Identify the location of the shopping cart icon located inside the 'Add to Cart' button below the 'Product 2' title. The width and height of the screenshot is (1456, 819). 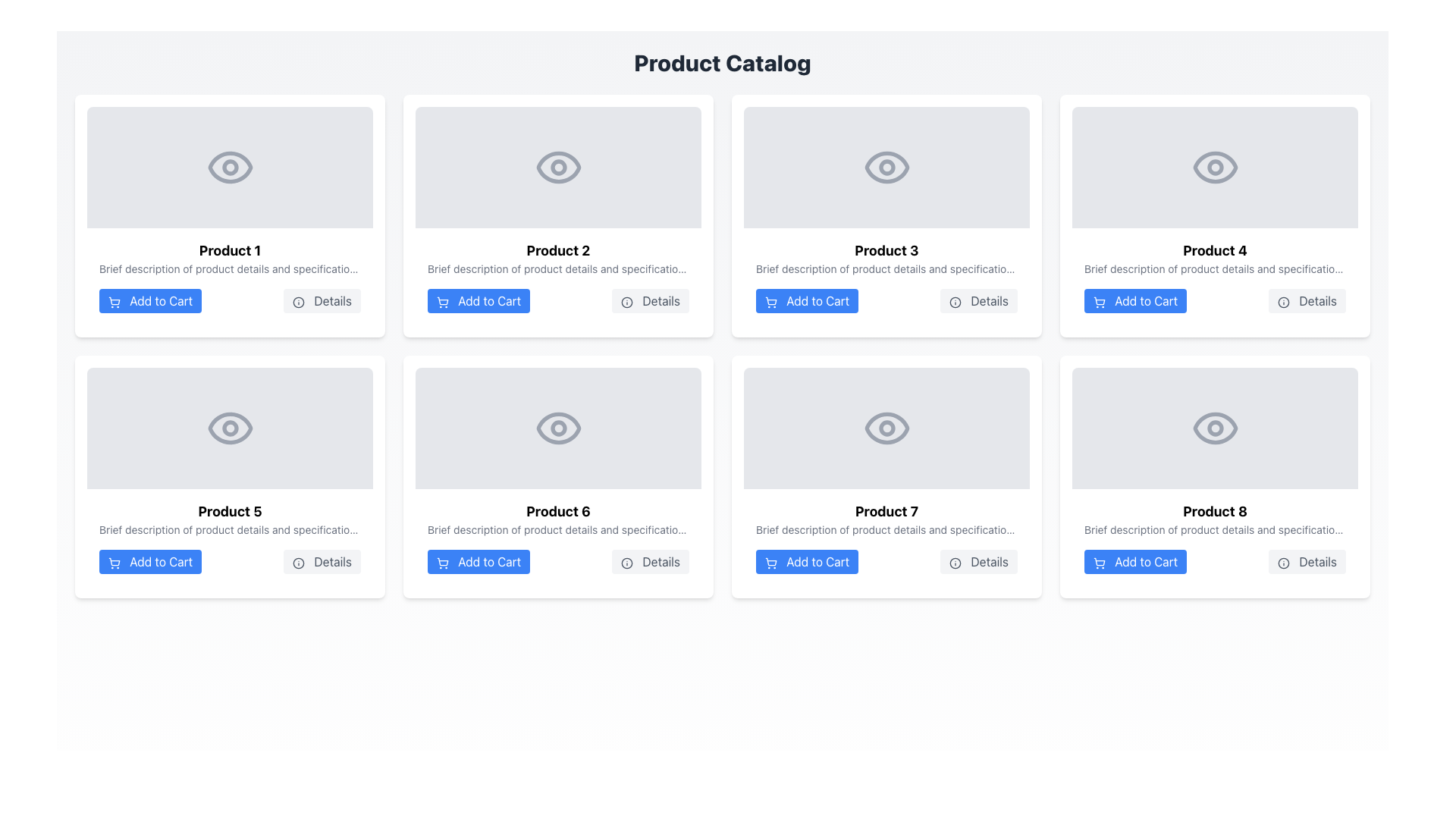
(442, 301).